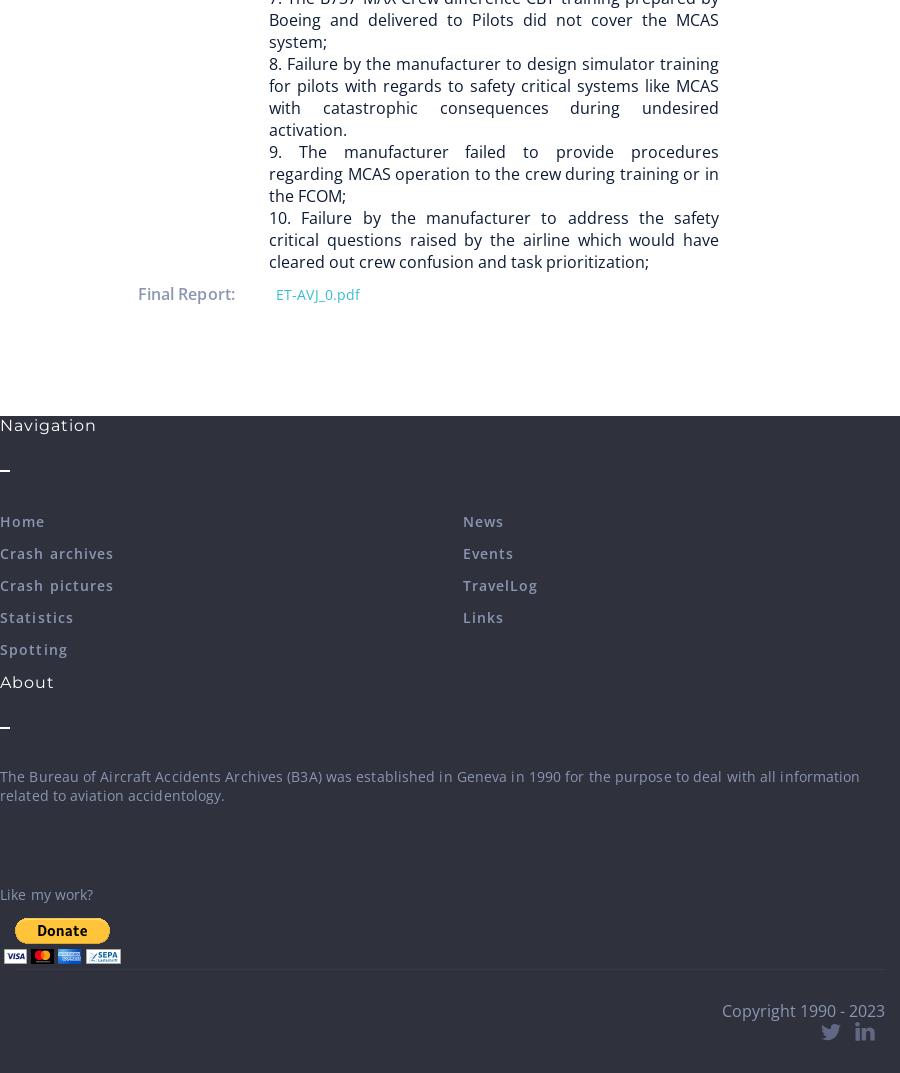 The width and height of the screenshot is (900, 1073). What do you see at coordinates (55, 553) in the screenshot?
I see `'Crash archives'` at bounding box center [55, 553].